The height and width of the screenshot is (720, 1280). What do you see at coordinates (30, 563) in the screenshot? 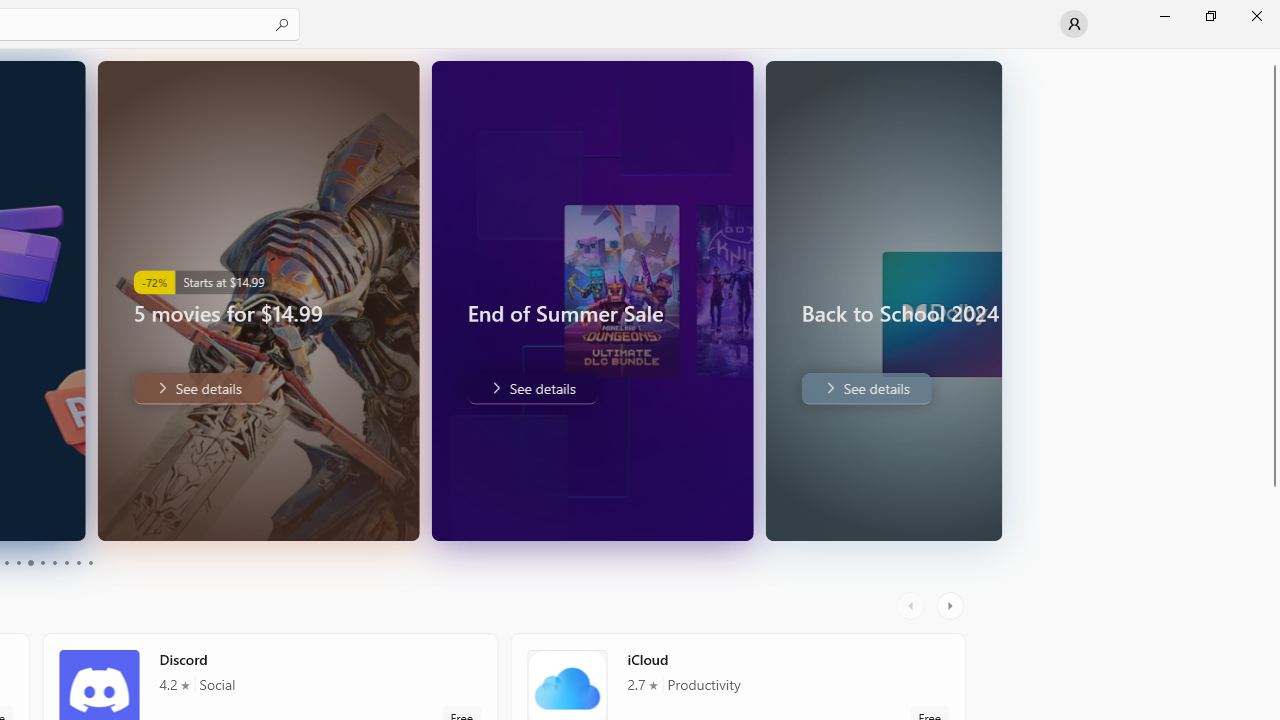
I see `'Page 5'` at bounding box center [30, 563].